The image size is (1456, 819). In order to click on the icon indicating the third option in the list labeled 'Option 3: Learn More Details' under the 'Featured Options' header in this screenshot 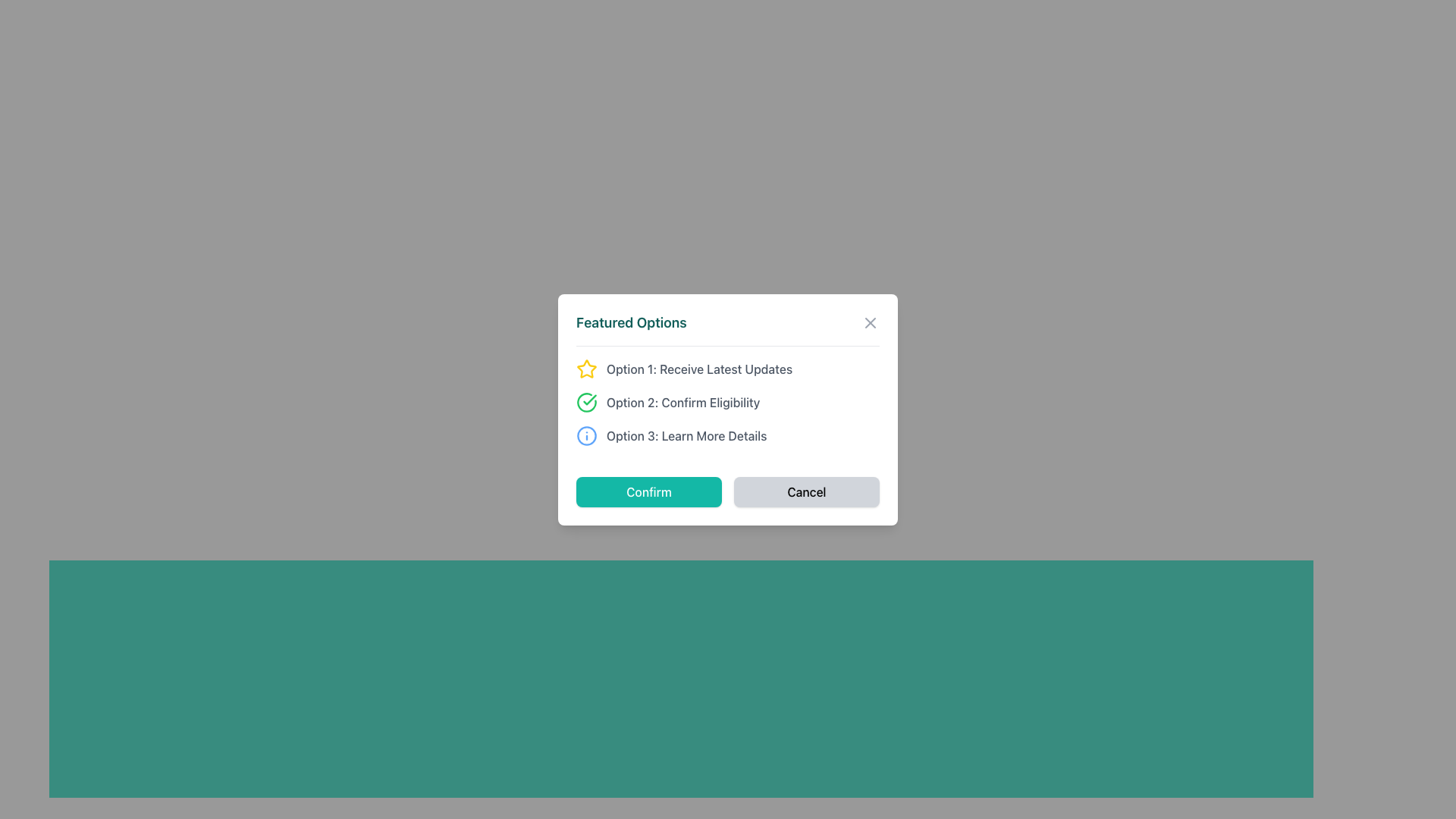, I will do `click(585, 435)`.